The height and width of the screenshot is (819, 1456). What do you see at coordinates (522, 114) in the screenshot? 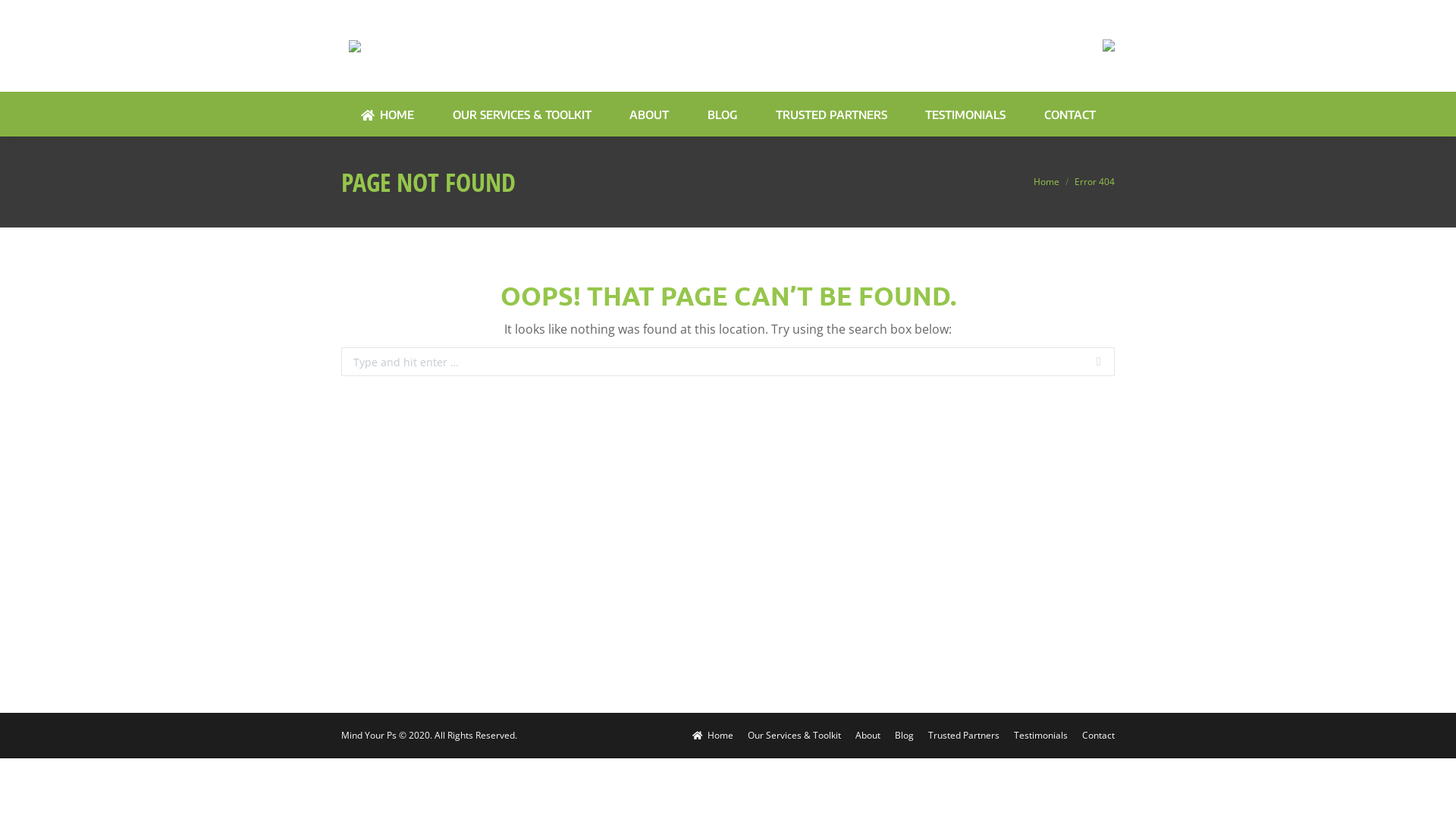
I see `'OUR SERVICES & TOOLKIT'` at bounding box center [522, 114].